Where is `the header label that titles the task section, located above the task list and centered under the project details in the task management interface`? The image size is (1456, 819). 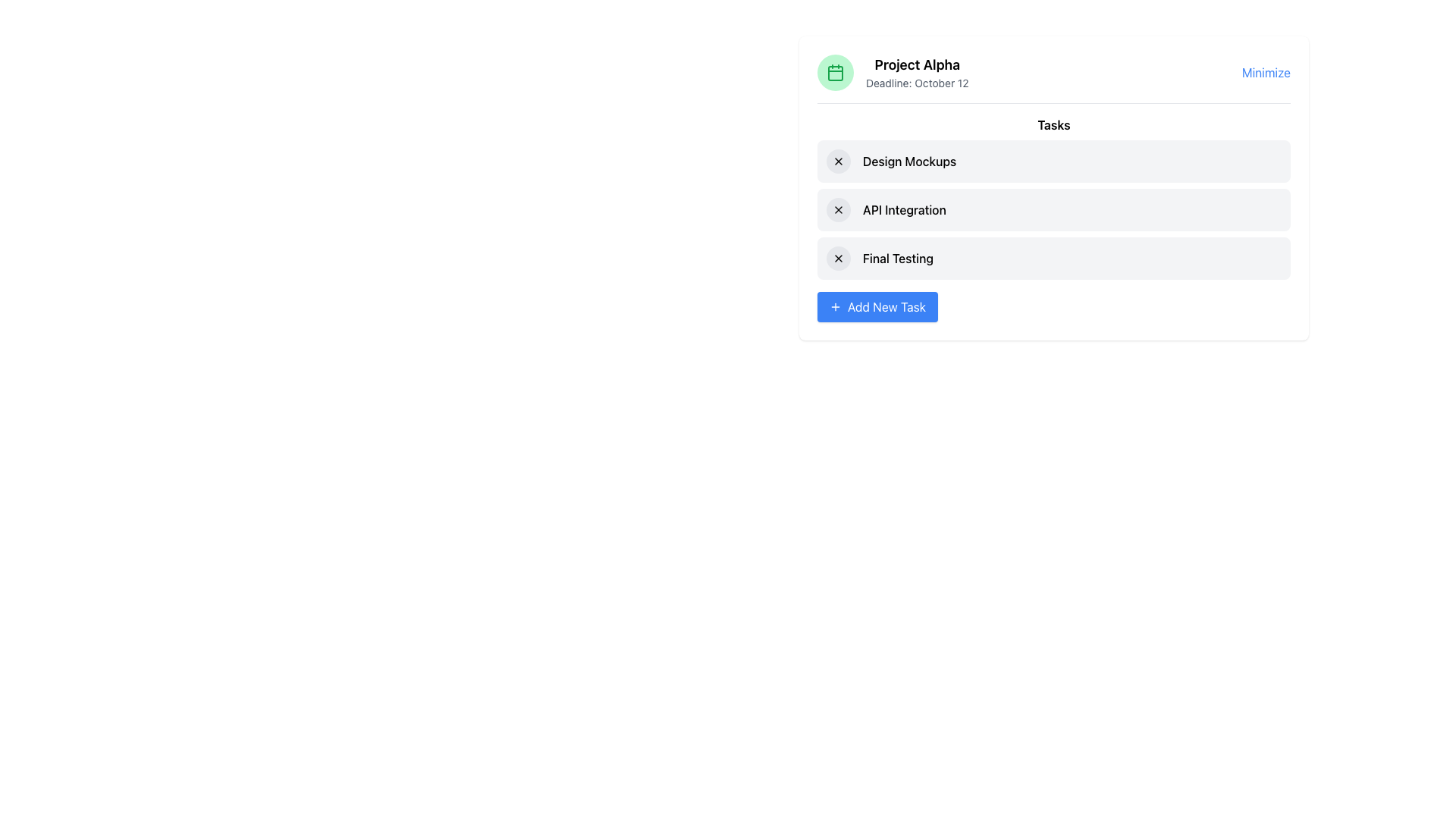
the header label that titles the task section, located above the task list and centered under the project details in the task management interface is located at coordinates (1053, 124).